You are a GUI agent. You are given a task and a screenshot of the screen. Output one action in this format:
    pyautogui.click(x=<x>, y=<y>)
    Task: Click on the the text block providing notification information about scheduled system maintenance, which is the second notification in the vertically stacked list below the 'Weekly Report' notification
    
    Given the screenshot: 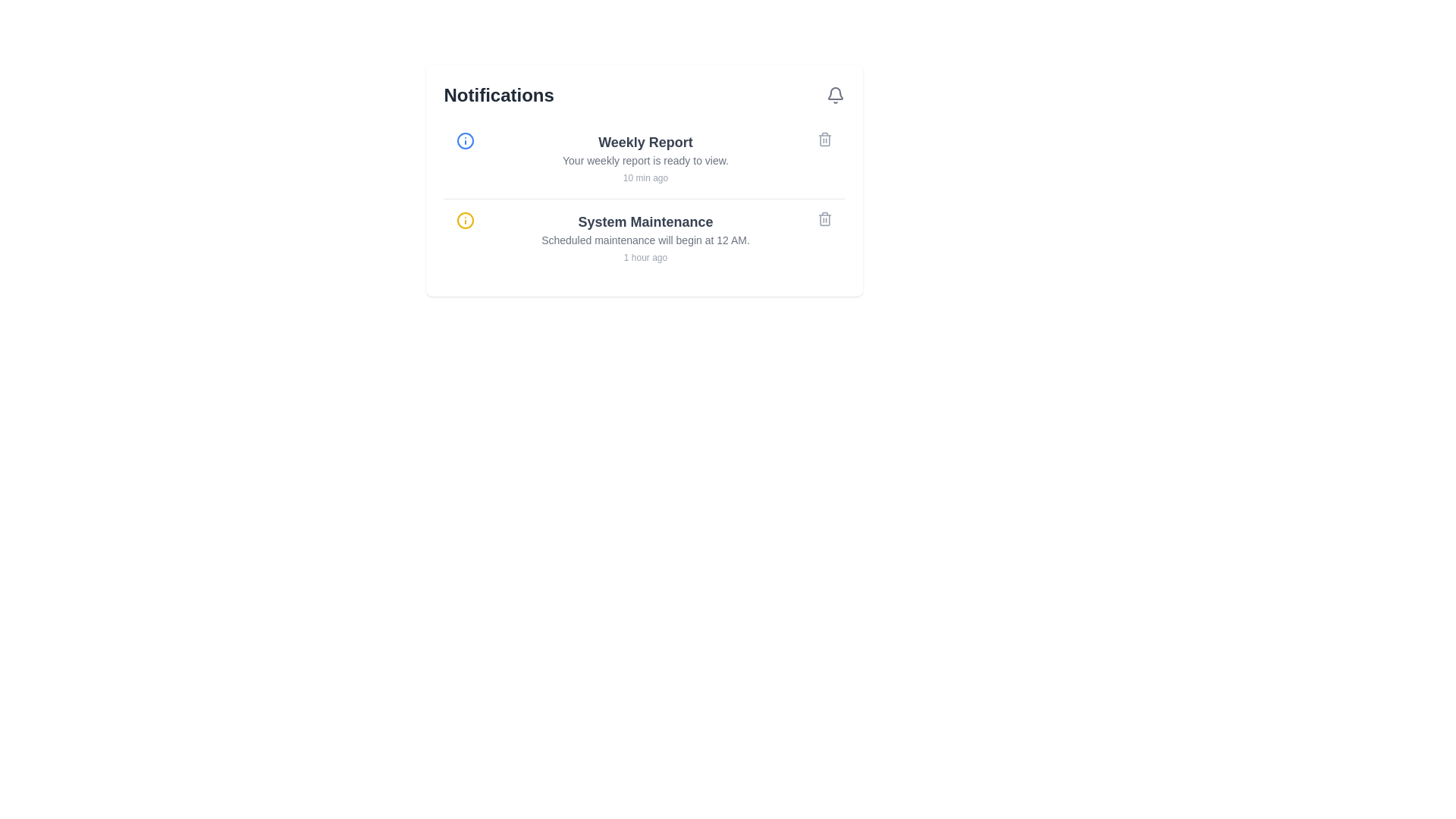 What is the action you would take?
    pyautogui.click(x=645, y=239)
    